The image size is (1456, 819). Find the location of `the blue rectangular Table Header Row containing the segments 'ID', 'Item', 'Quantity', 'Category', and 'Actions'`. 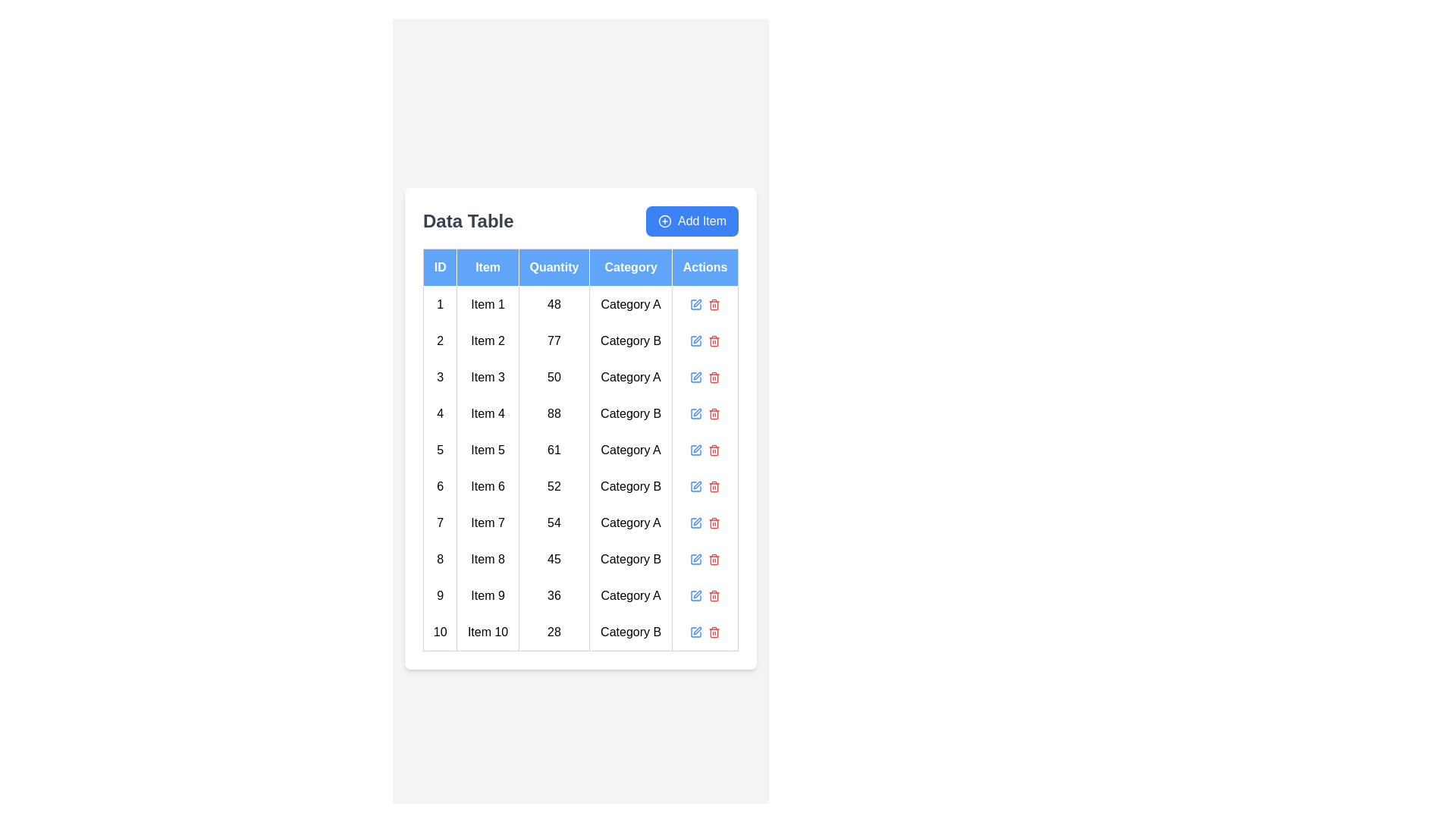

the blue rectangular Table Header Row containing the segments 'ID', 'Item', 'Quantity', 'Category', and 'Actions' is located at coordinates (580, 265).